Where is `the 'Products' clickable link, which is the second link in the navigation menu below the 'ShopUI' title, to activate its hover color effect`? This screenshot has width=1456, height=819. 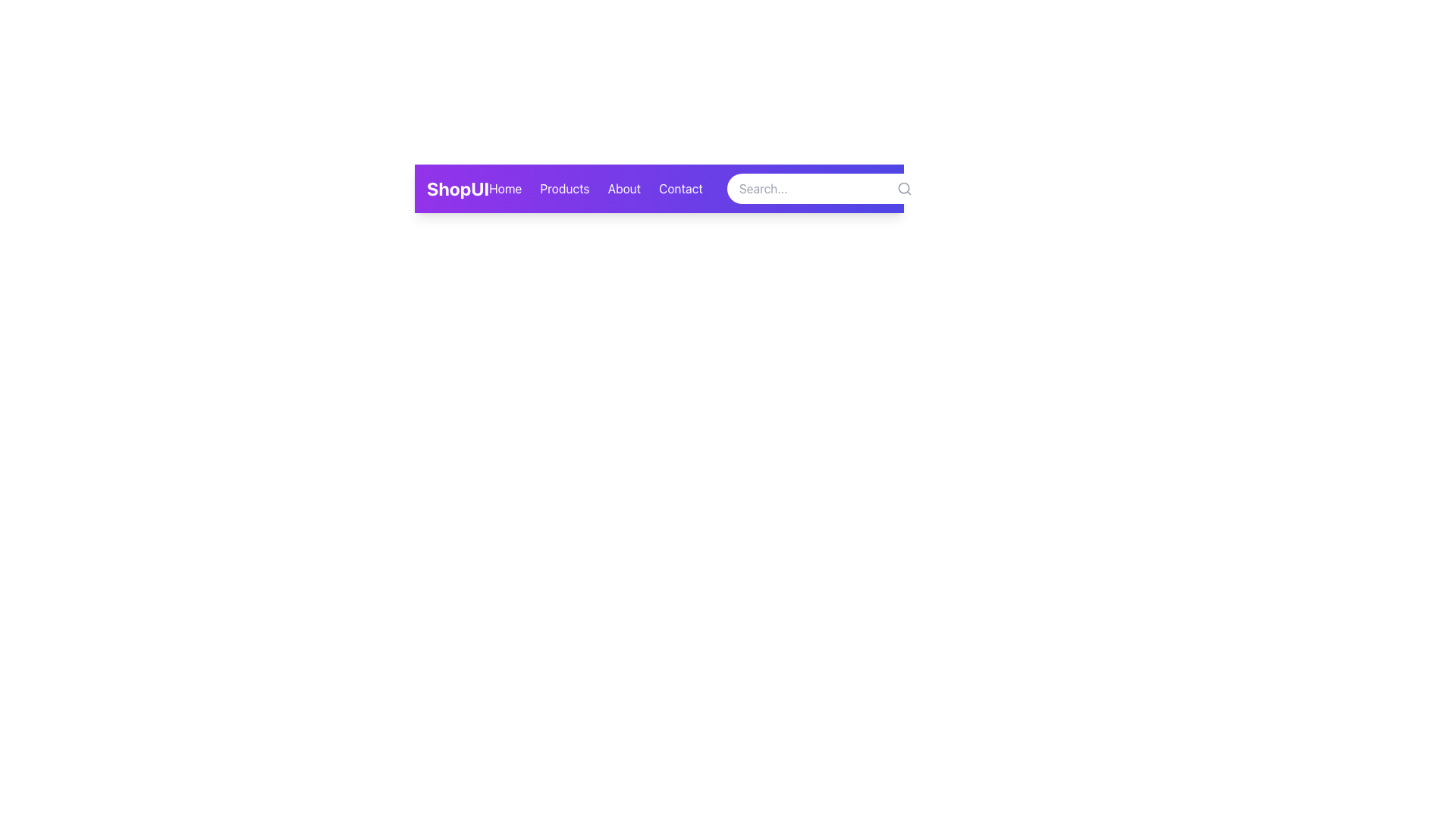 the 'Products' clickable link, which is the second link in the navigation menu below the 'ShopUI' title, to activate its hover color effect is located at coordinates (563, 188).